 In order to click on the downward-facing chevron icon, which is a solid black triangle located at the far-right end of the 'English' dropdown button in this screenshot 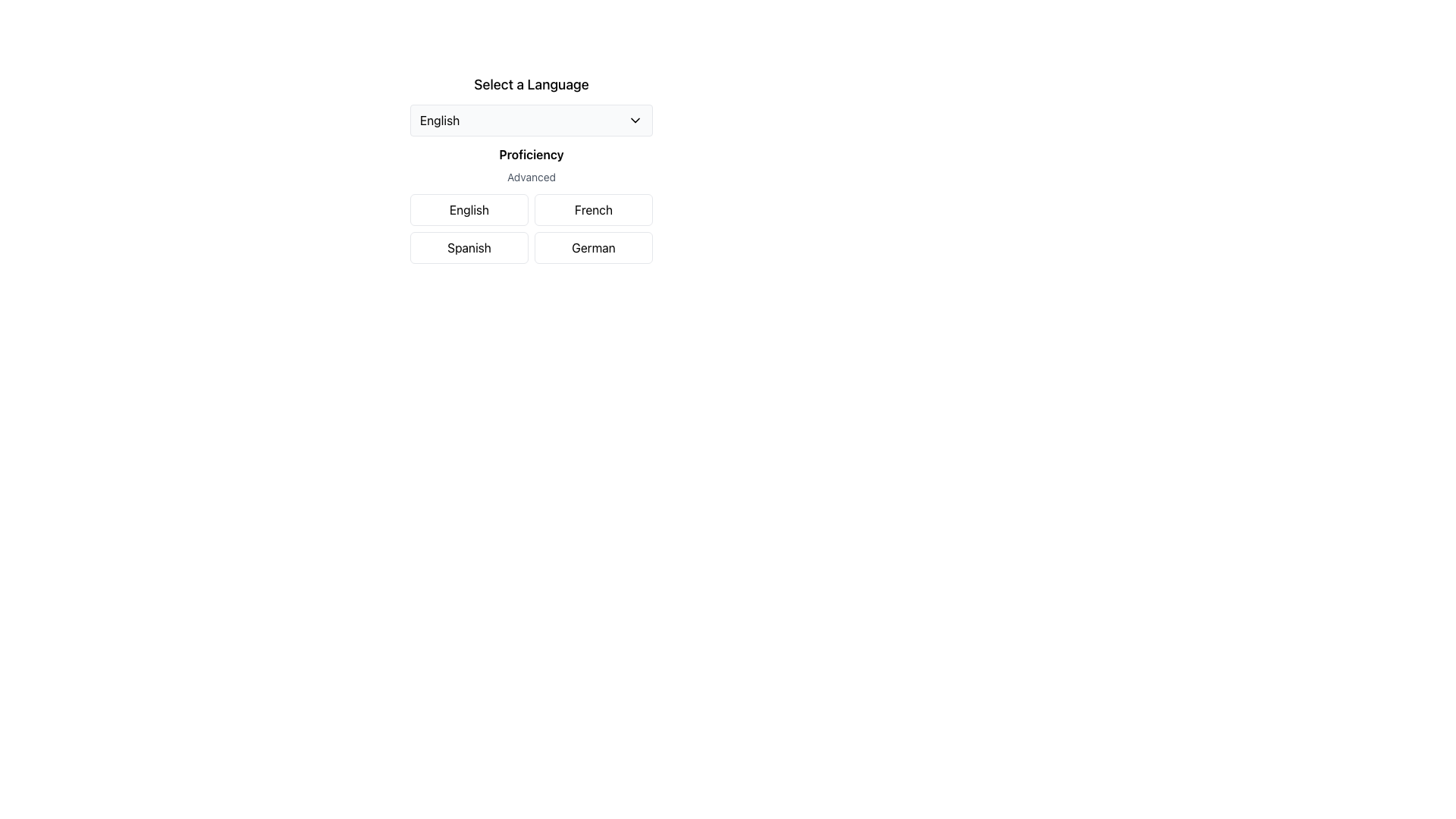, I will do `click(635, 119)`.